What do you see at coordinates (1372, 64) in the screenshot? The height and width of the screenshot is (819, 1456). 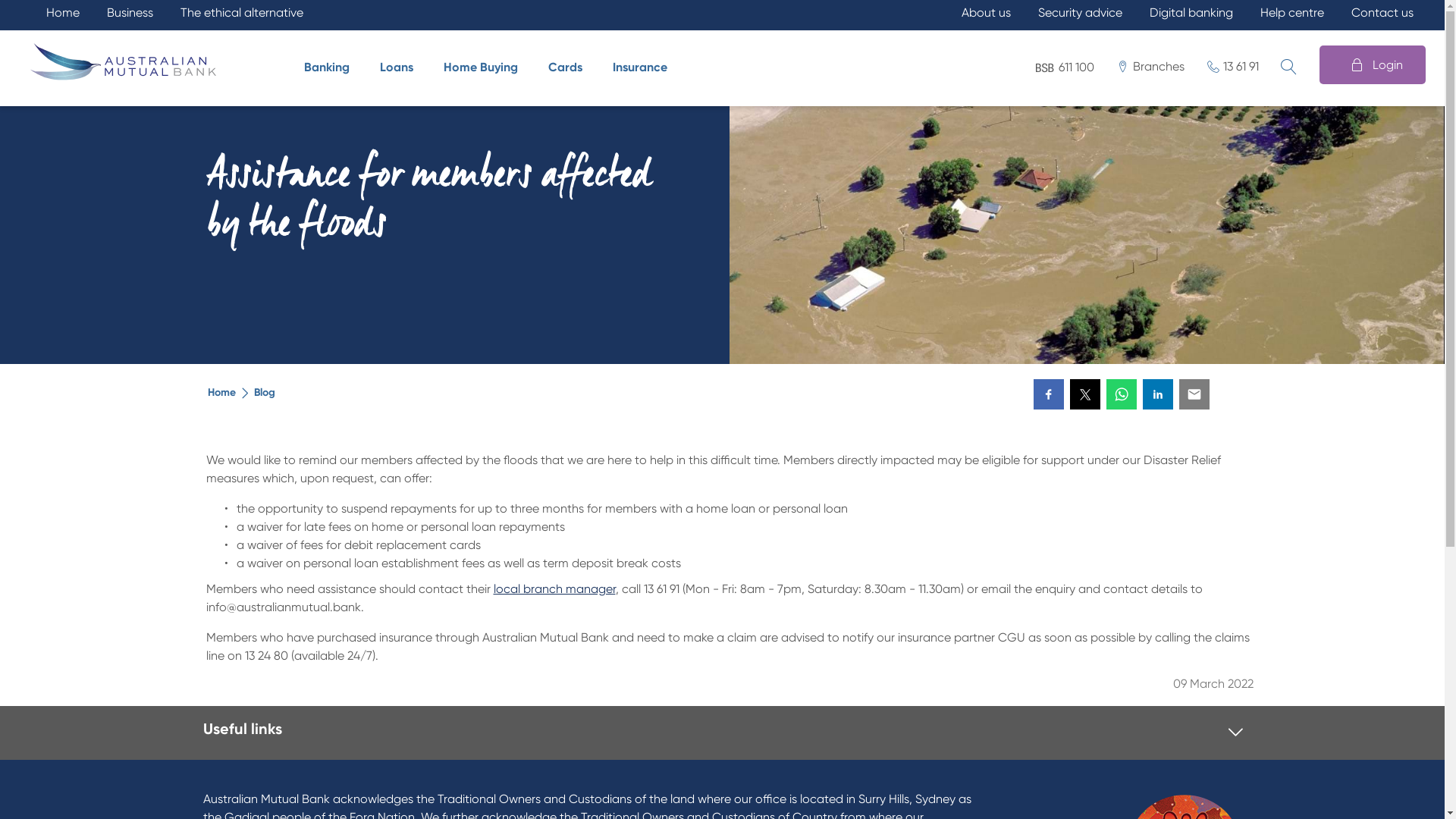 I see `'Login'` at bounding box center [1372, 64].